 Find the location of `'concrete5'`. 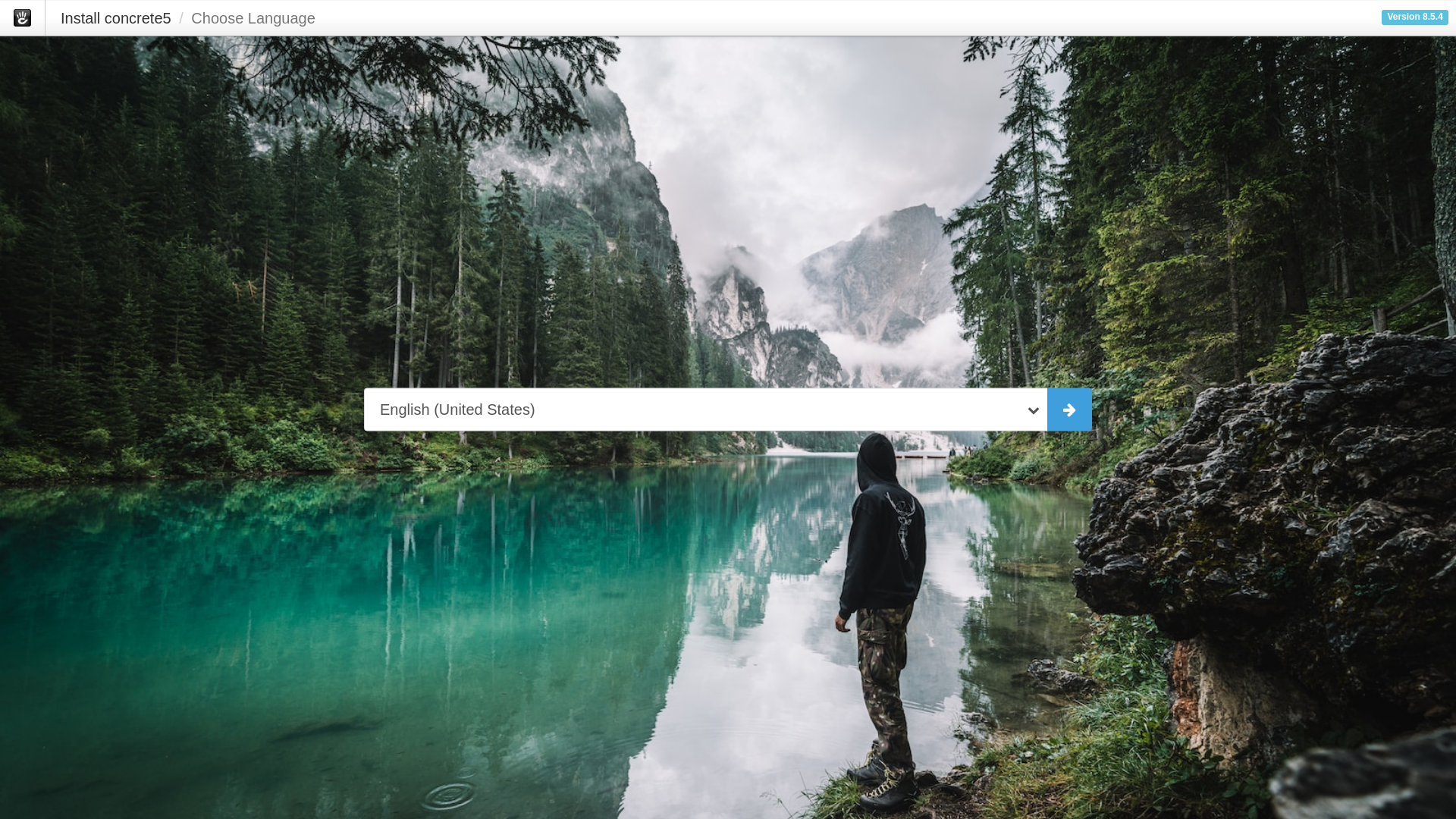

'concrete5' is located at coordinates (14, 17).